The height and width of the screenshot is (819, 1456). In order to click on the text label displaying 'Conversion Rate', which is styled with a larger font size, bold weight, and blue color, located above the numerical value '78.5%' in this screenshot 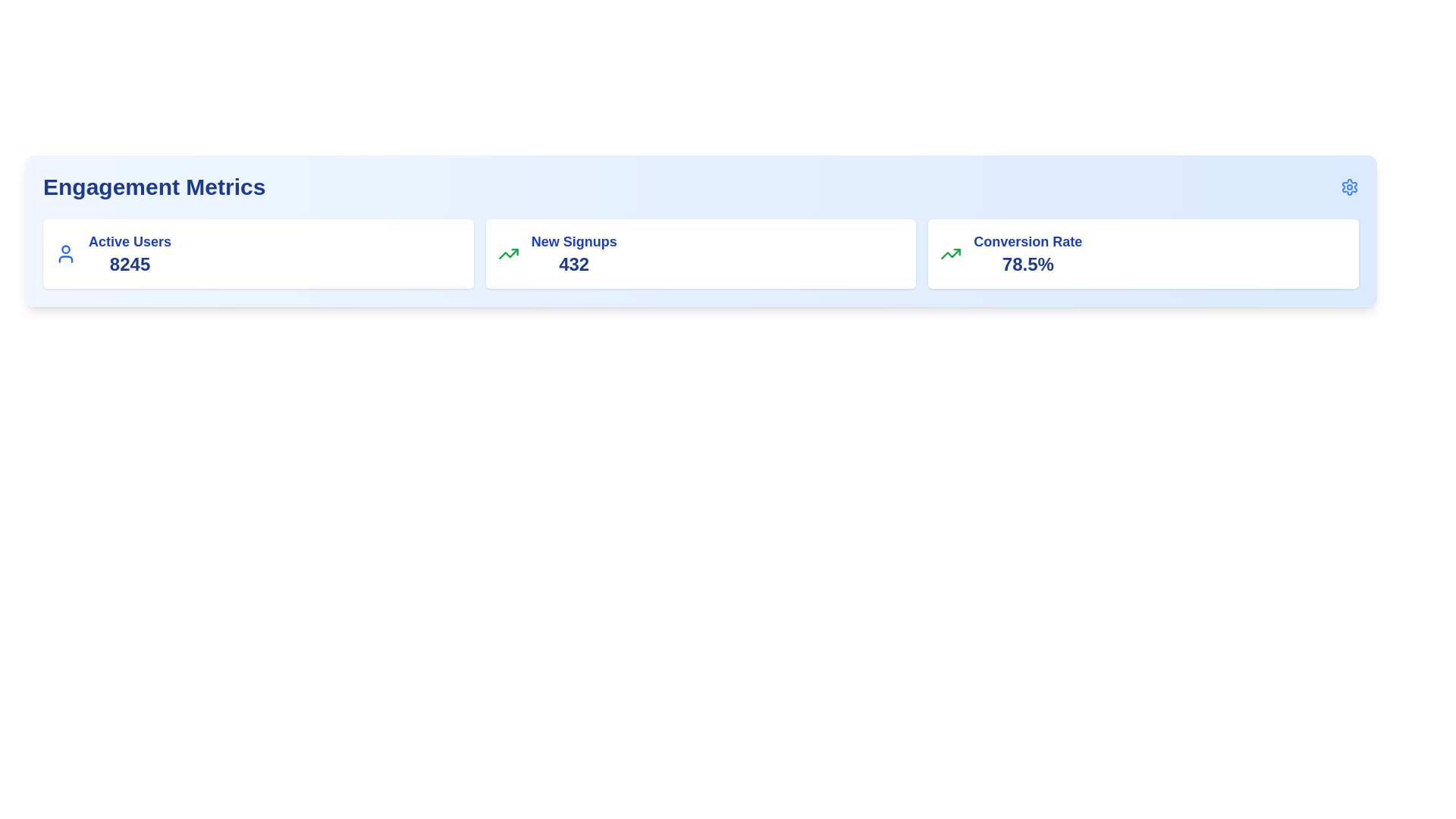, I will do `click(1028, 241)`.